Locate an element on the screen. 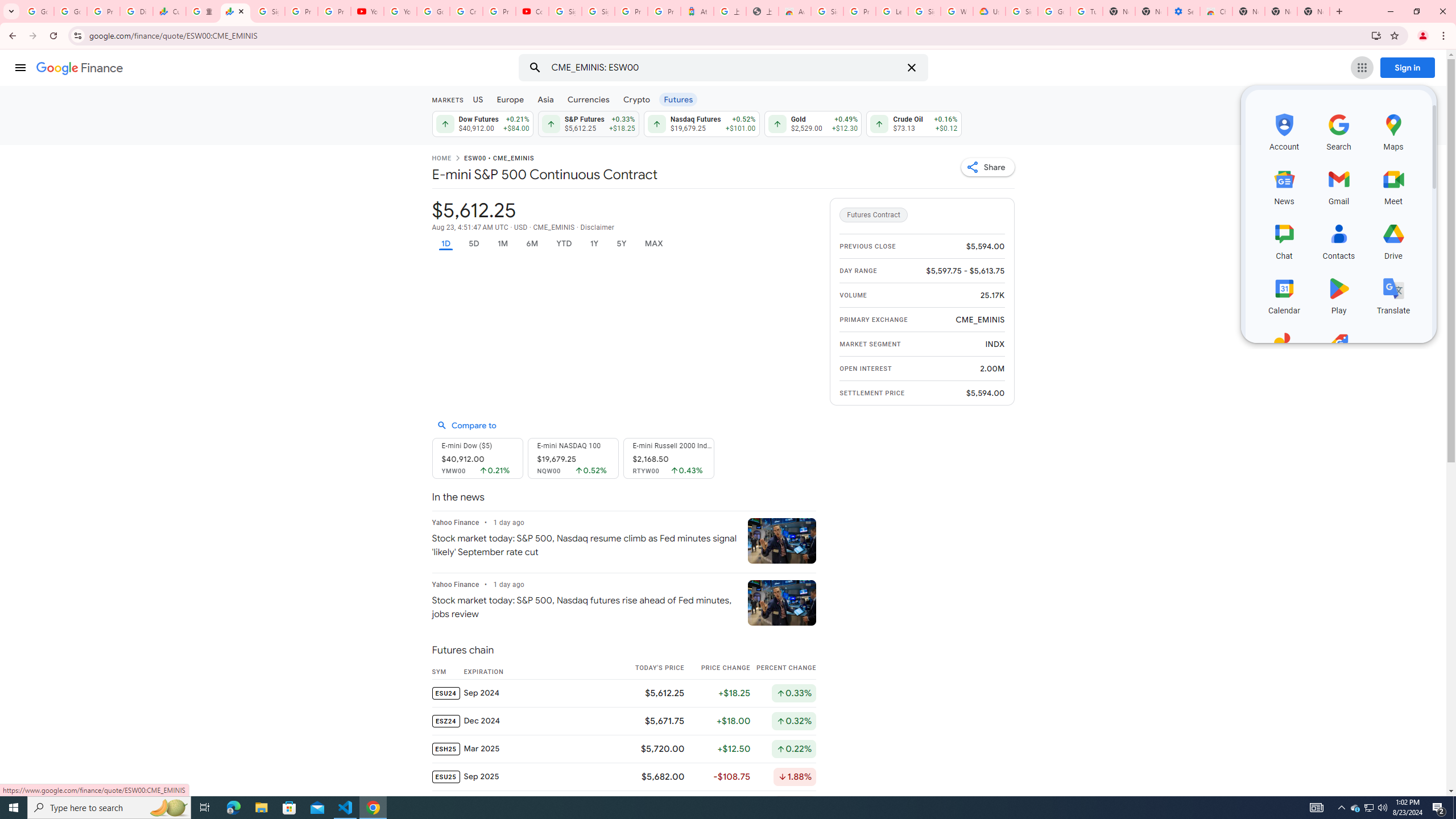 This screenshot has height=819, width=1456. '6M' is located at coordinates (531, 243).